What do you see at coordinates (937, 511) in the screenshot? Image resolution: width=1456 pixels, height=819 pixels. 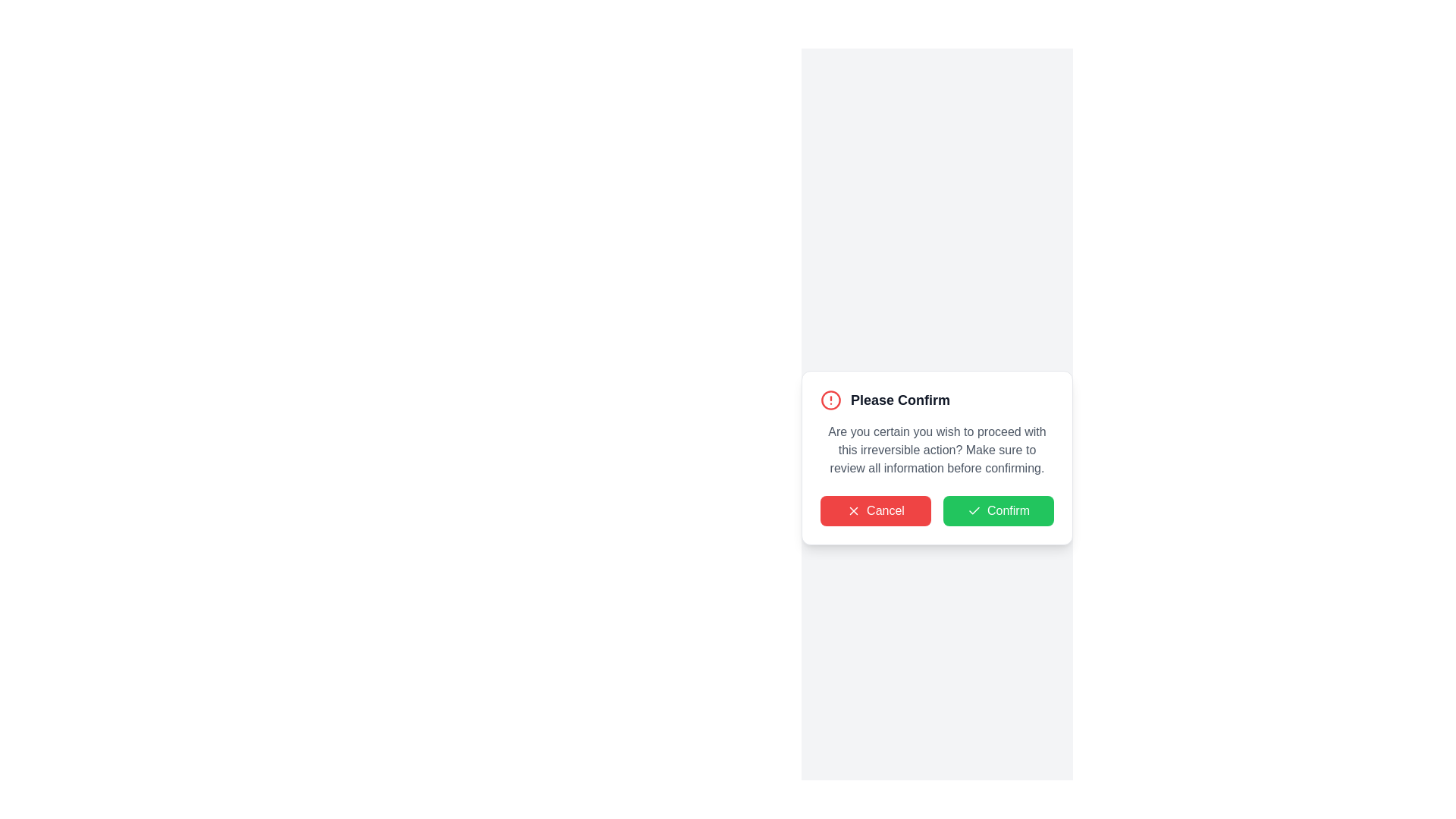 I see `the 'Confirm' button, which is a green button with a white checkmark icon, located at the bottom of the dialog box to proceed` at bounding box center [937, 511].